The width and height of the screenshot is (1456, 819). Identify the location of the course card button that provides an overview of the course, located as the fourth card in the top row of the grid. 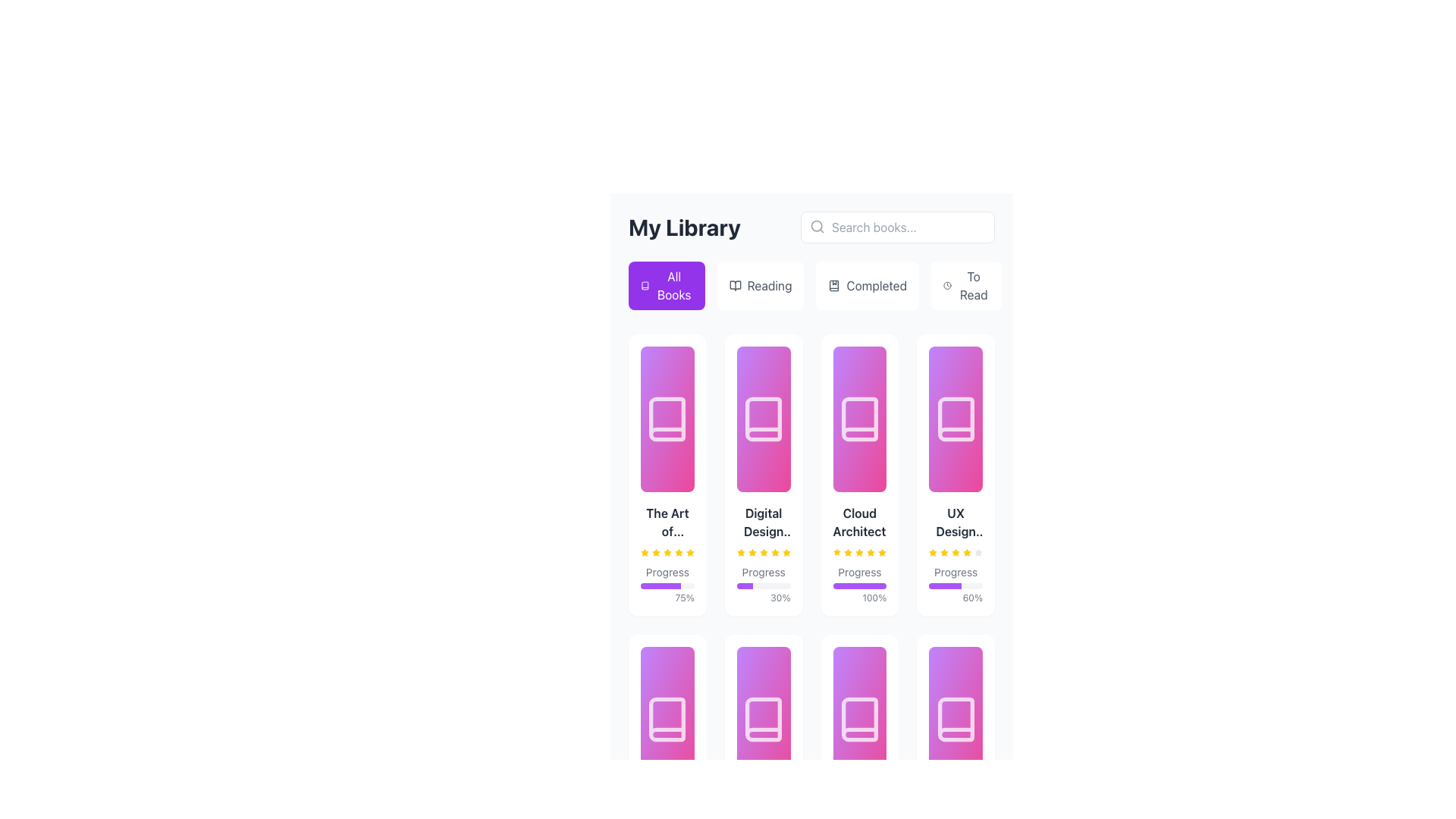
(955, 475).